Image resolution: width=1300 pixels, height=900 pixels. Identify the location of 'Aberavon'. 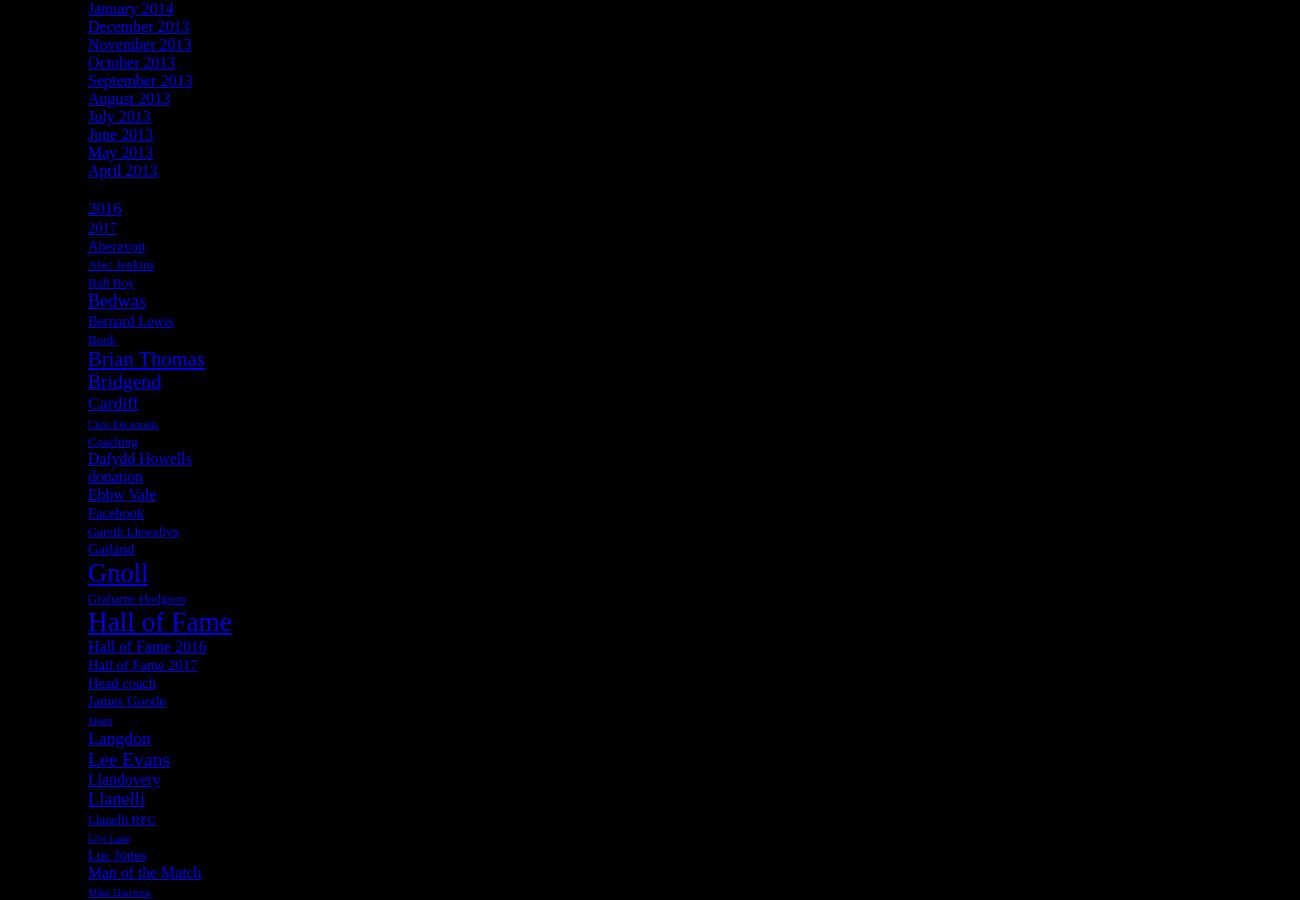
(115, 243).